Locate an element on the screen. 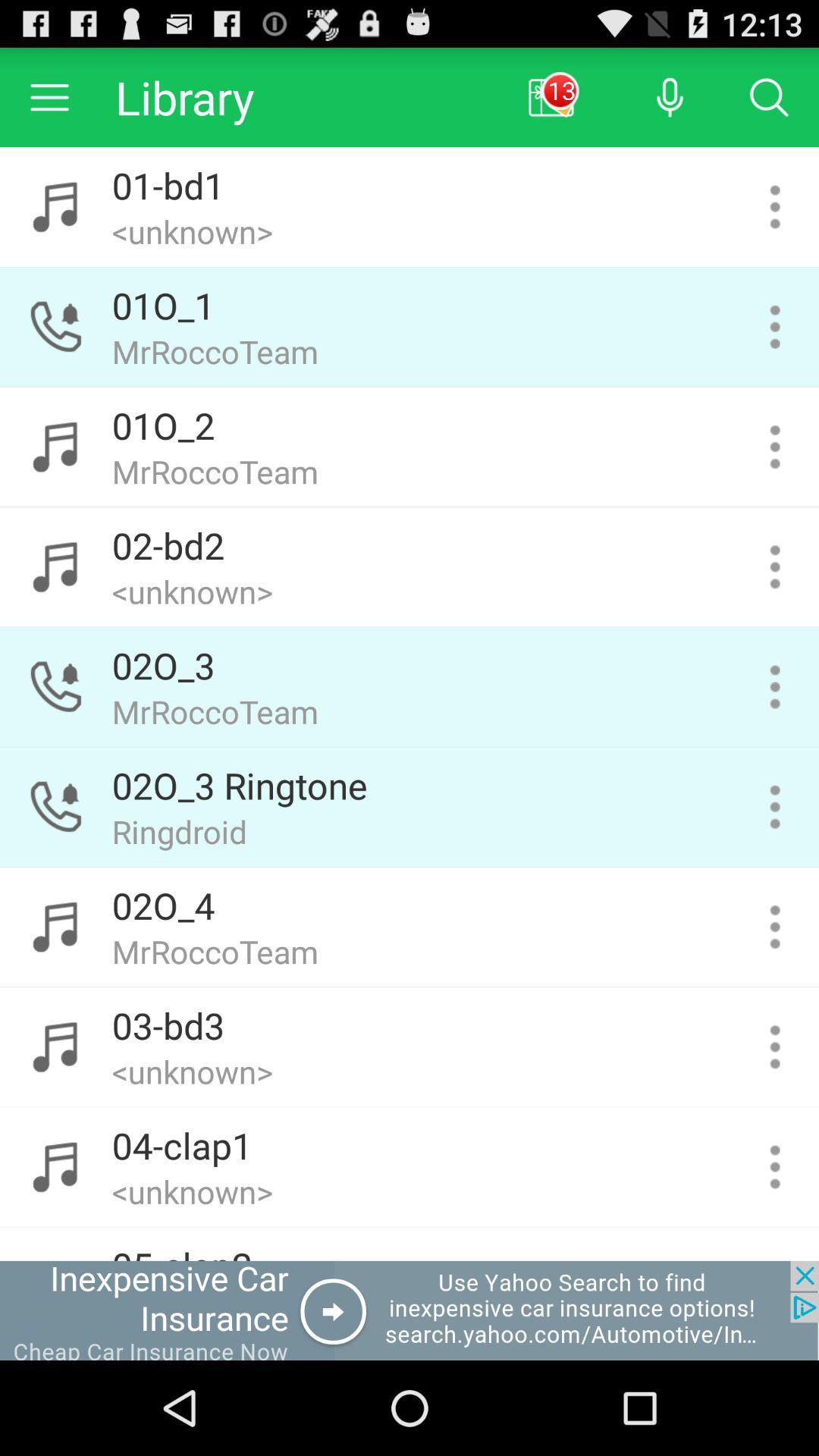 Image resolution: width=819 pixels, height=1456 pixels. the advertisement is located at coordinates (409, 1310).